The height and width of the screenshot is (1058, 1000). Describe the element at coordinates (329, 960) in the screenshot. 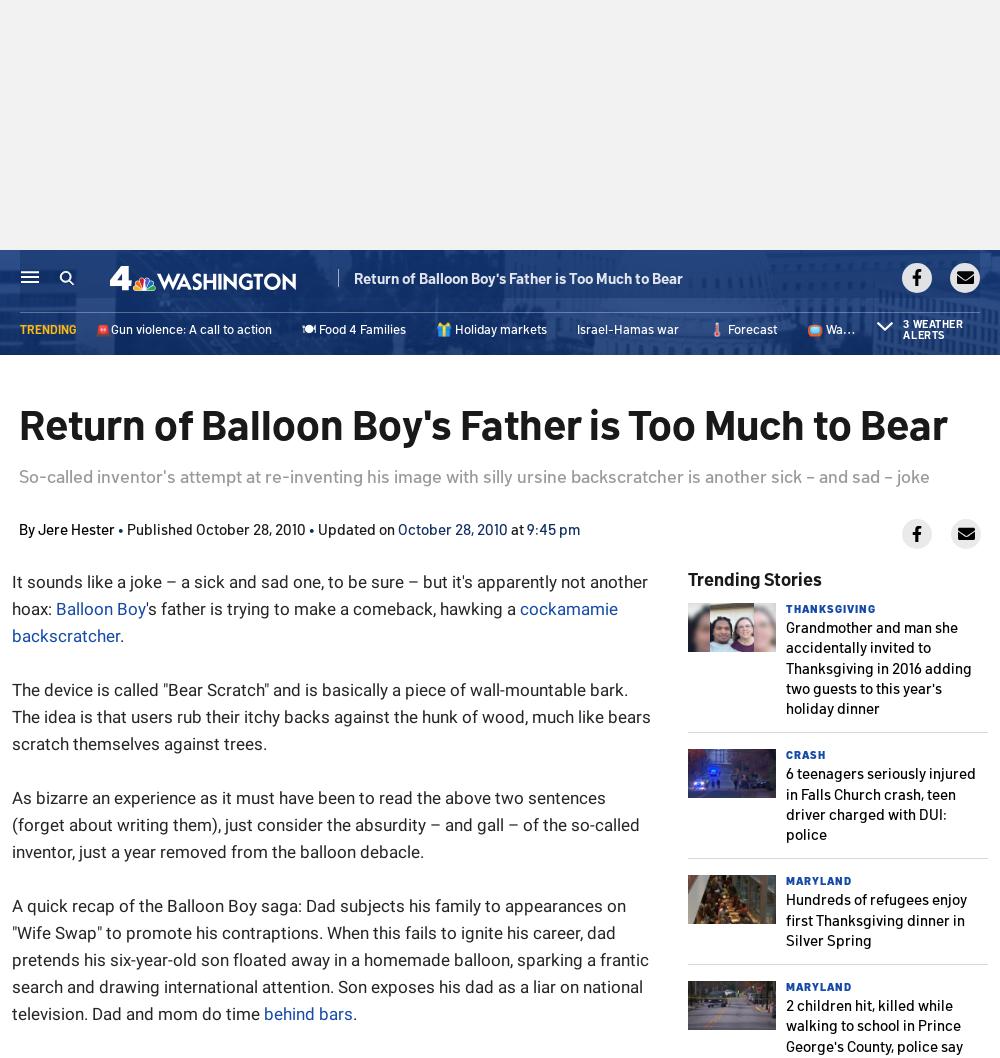

I see `'A quick recap of the Balloon Boy saga: Dad subjects his family to appearances on "Wife Swap" to promote his contraptions. When this fails to ignite his career, dad pretends his six-year-old son floated away in a homemade balloon, sparking a frantic search and drawing international attention. Son exposes his dad as a liar on national television. Dad and mom do time'` at that location.